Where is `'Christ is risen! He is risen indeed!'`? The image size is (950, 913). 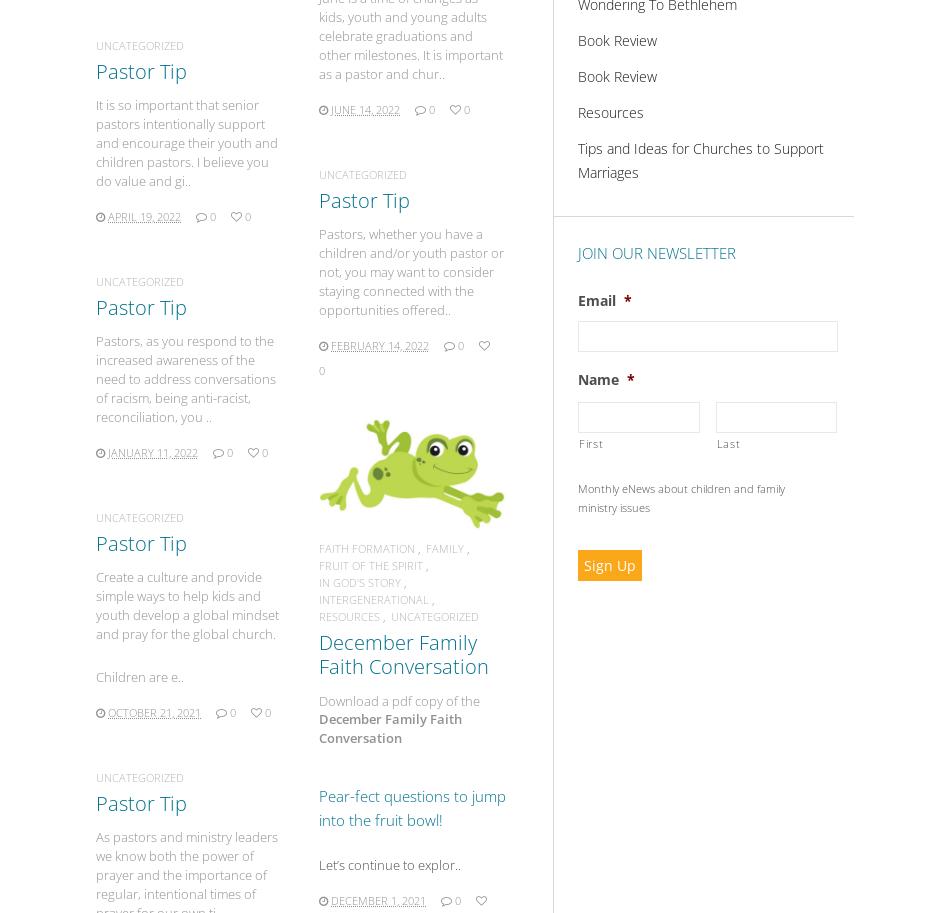 'Christ is risen! He is risen indeed!' is located at coordinates (401, 173).